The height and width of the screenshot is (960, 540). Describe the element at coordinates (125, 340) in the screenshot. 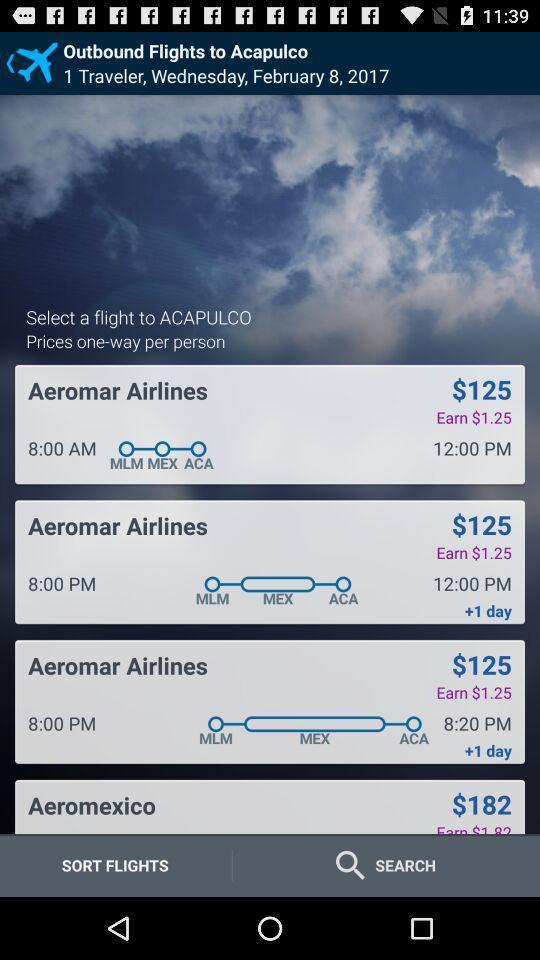

I see `the app above the aeromar airlines app` at that location.